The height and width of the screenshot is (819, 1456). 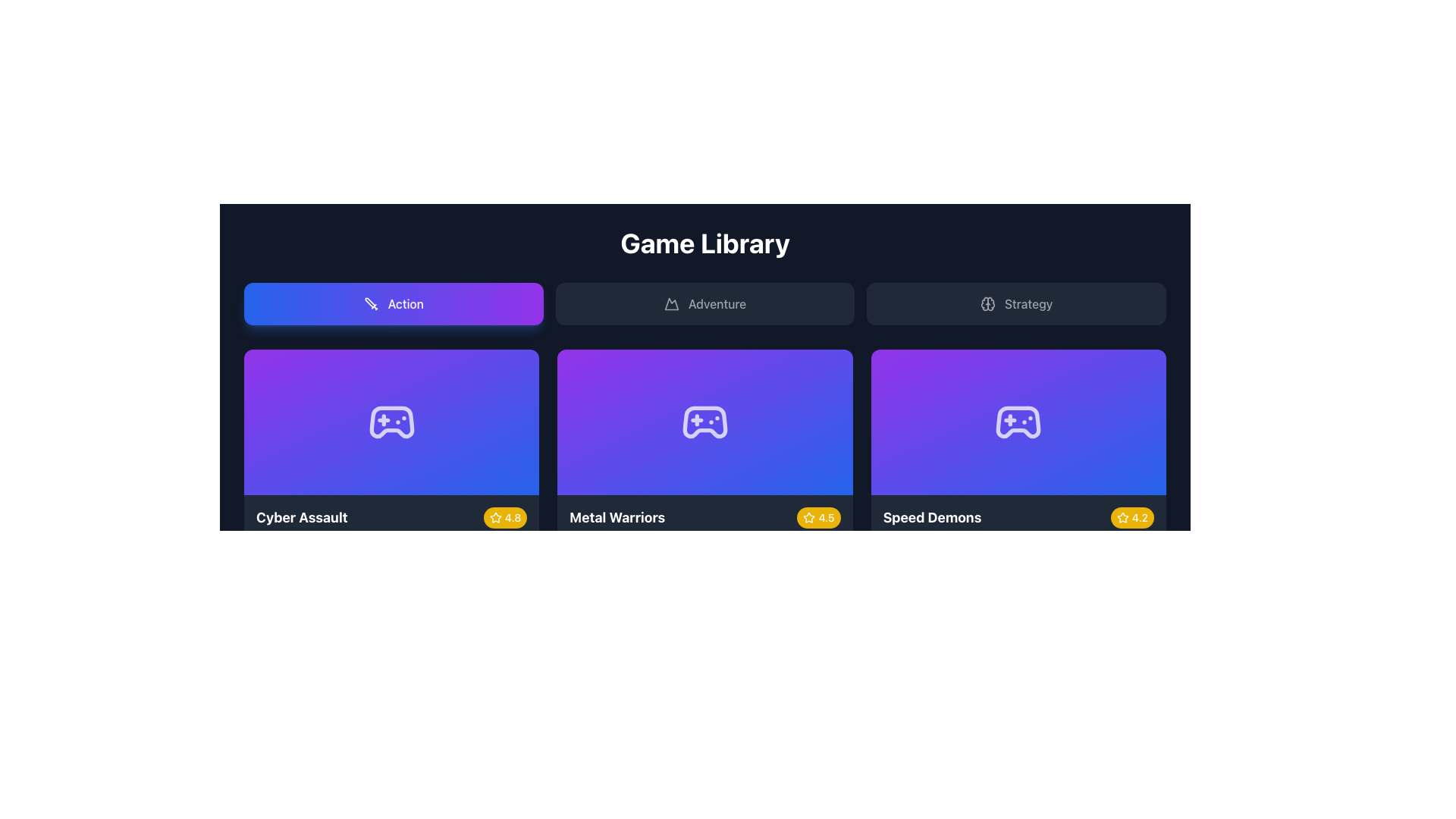 What do you see at coordinates (1016, 304) in the screenshot?
I see `the 'Strategy' button, which is a rectangular button with a dark gray background and lighter gray text, featuring a brain-shaped icon to the left of the text. It is the third button in a group of three, positioned at the far right` at bounding box center [1016, 304].